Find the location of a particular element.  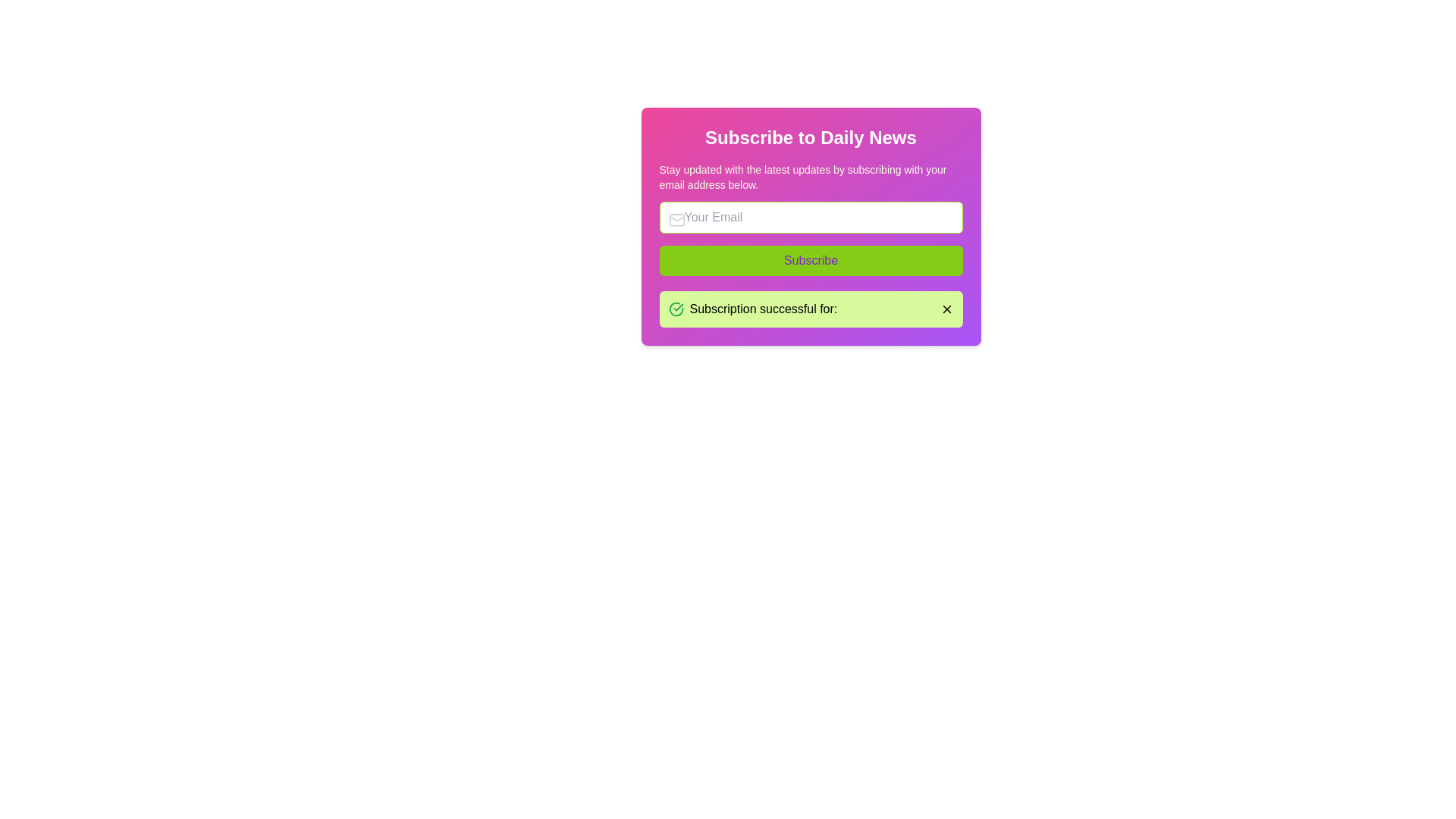

the subscription button located centrally in the lower half of the interface to initiate the subscription process is located at coordinates (810, 259).